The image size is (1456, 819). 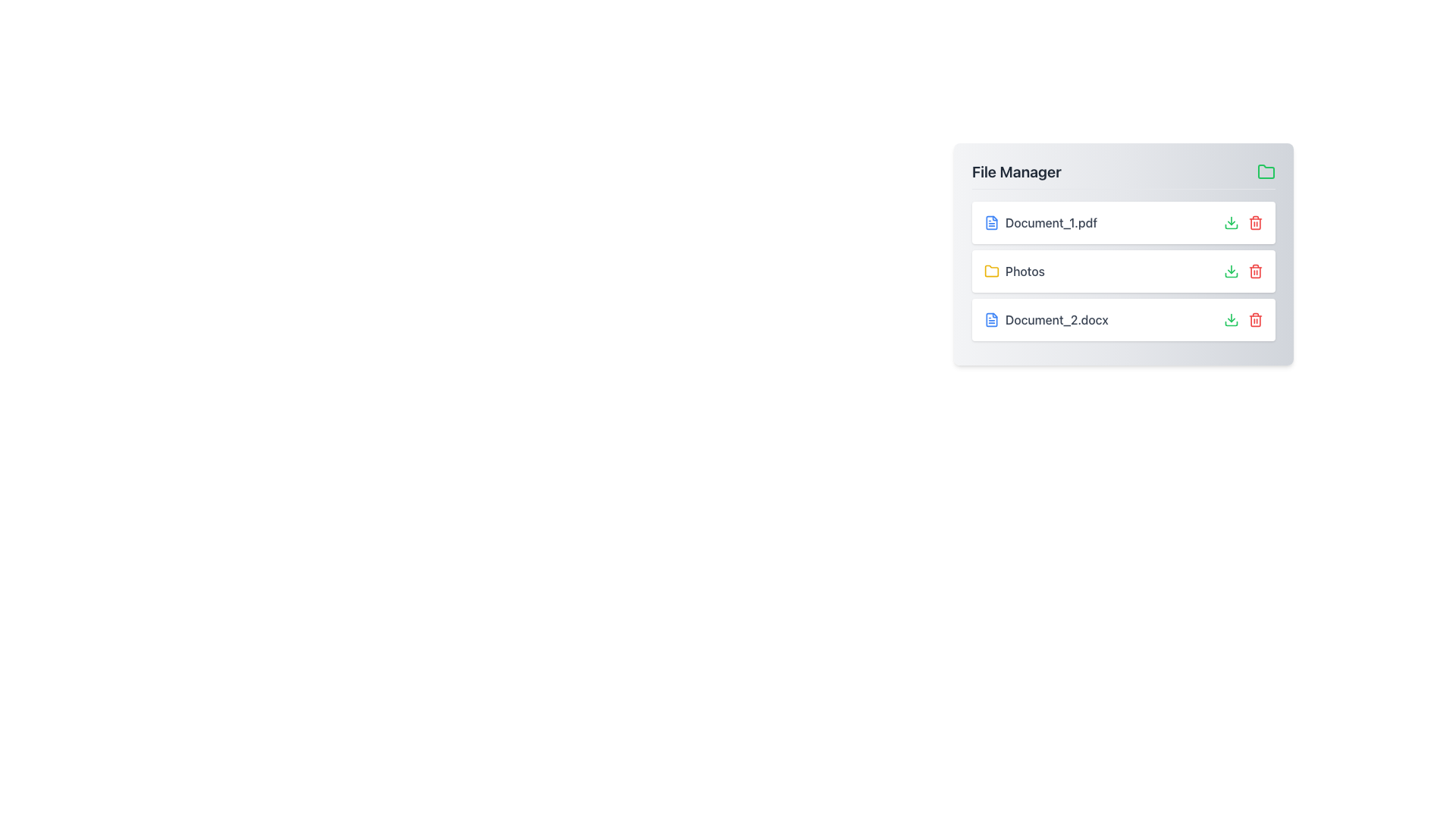 What do you see at coordinates (992, 270) in the screenshot?
I see `the yellow folder icon located in the 'File Manager' panel, positioned near the top-right corner, aligned to the right side of the title 'File Manager'` at bounding box center [992, 270].